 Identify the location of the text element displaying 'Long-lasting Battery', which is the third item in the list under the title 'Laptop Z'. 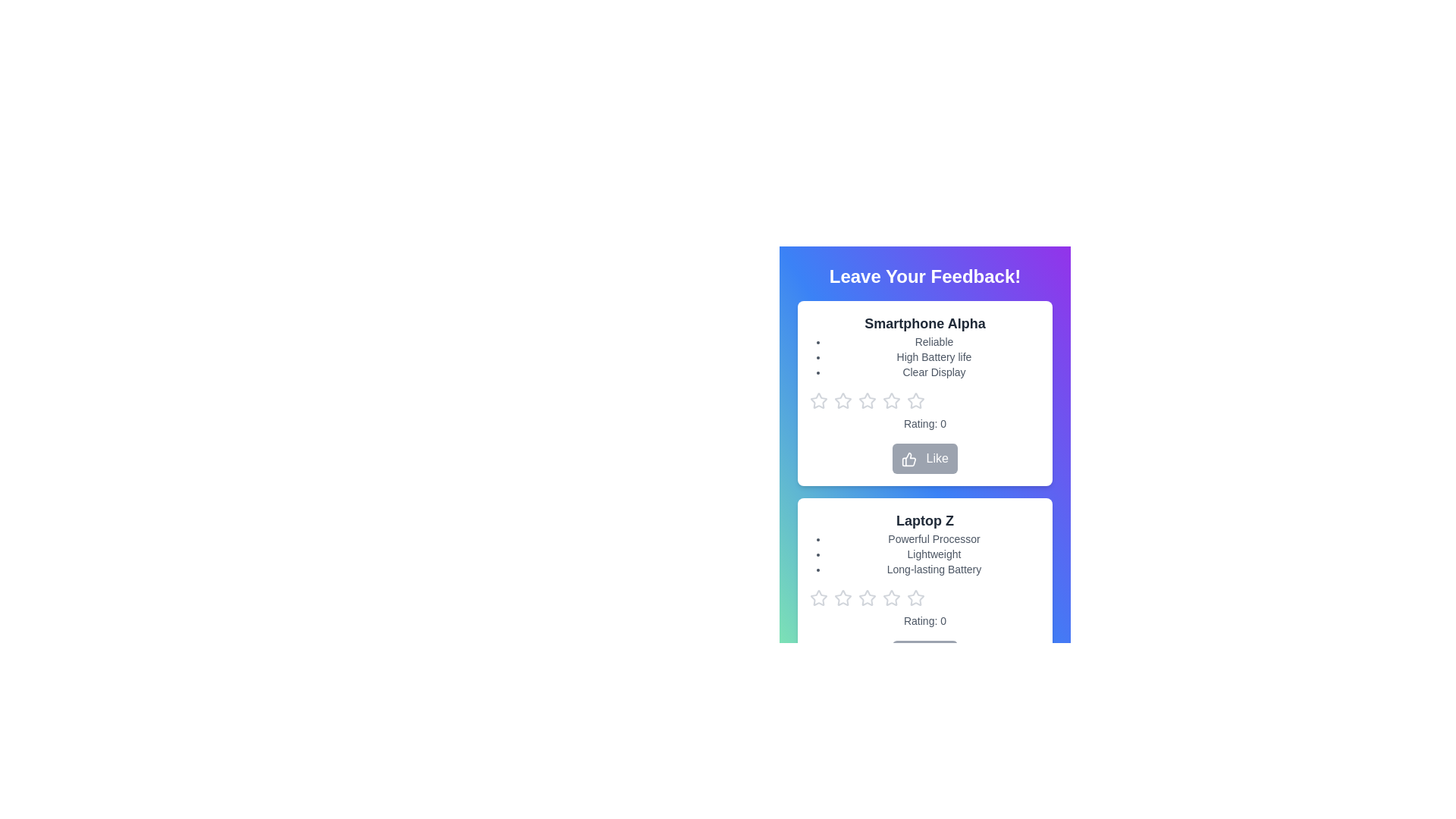
(934, 570).